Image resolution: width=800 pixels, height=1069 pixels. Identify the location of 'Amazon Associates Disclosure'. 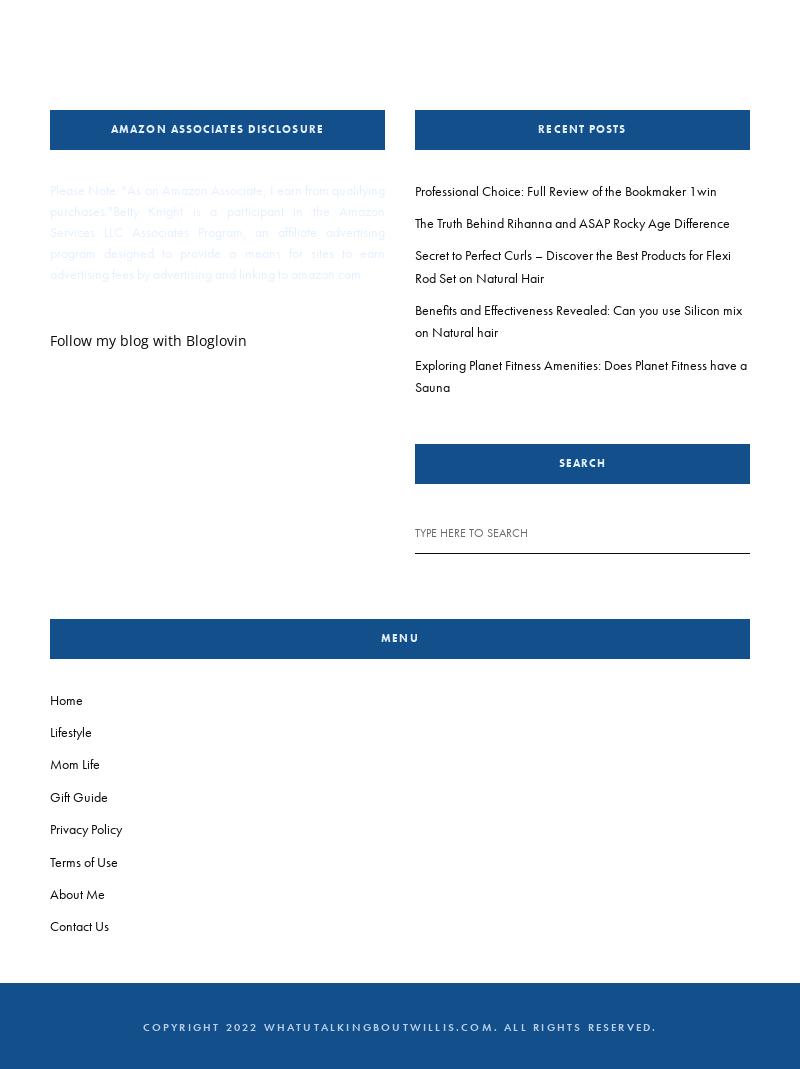
(216, 129).